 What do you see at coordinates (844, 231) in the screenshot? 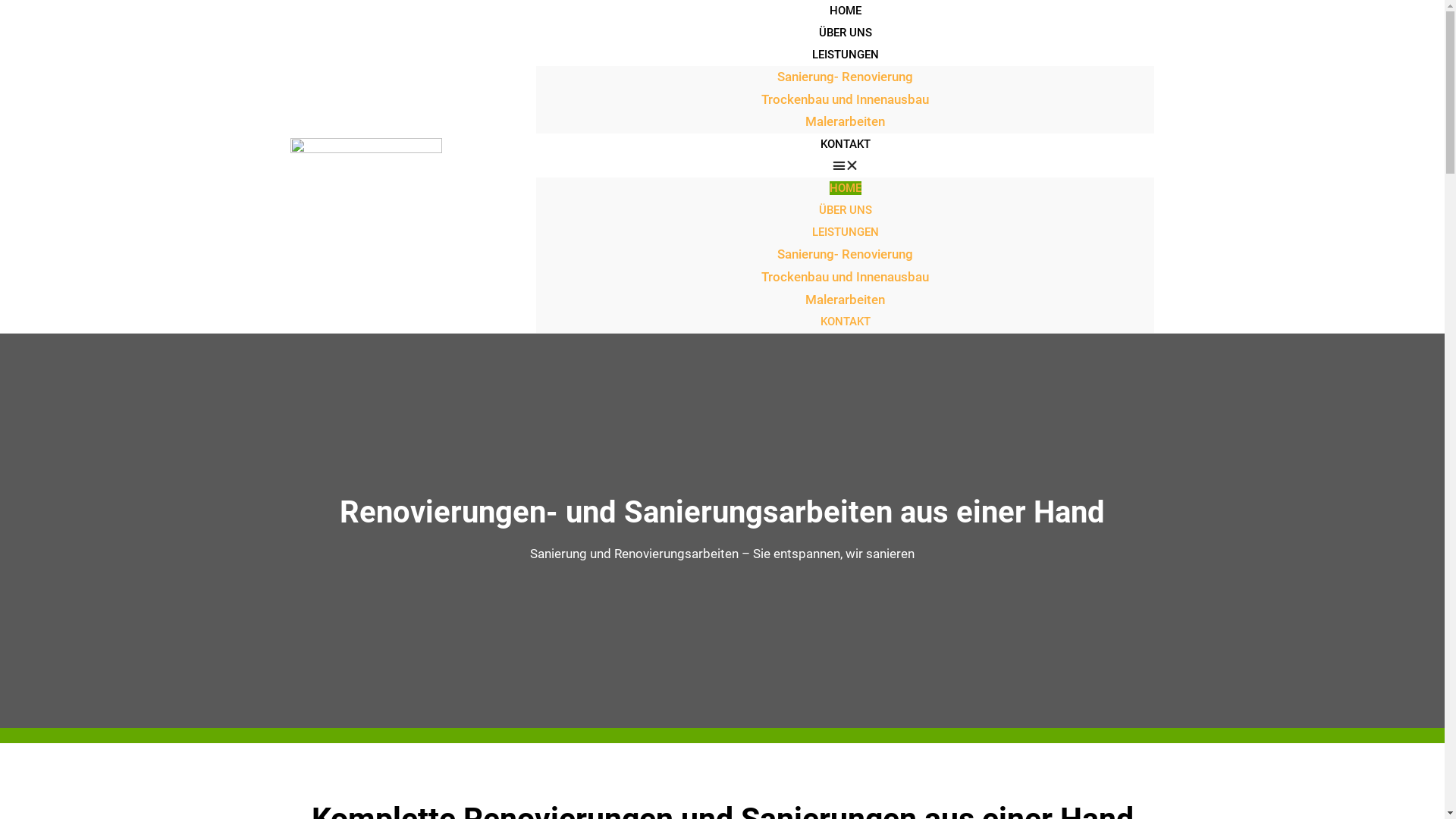
I see `'LEISTUNGEN'` at bounding box center [844, 231].